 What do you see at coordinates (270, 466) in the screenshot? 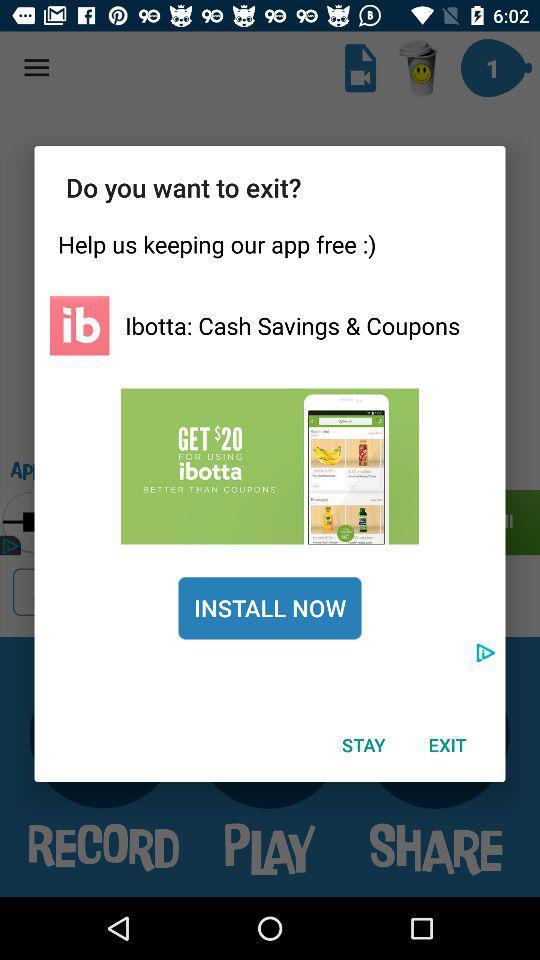
I see `open app page` at bounding box center [270, 466].